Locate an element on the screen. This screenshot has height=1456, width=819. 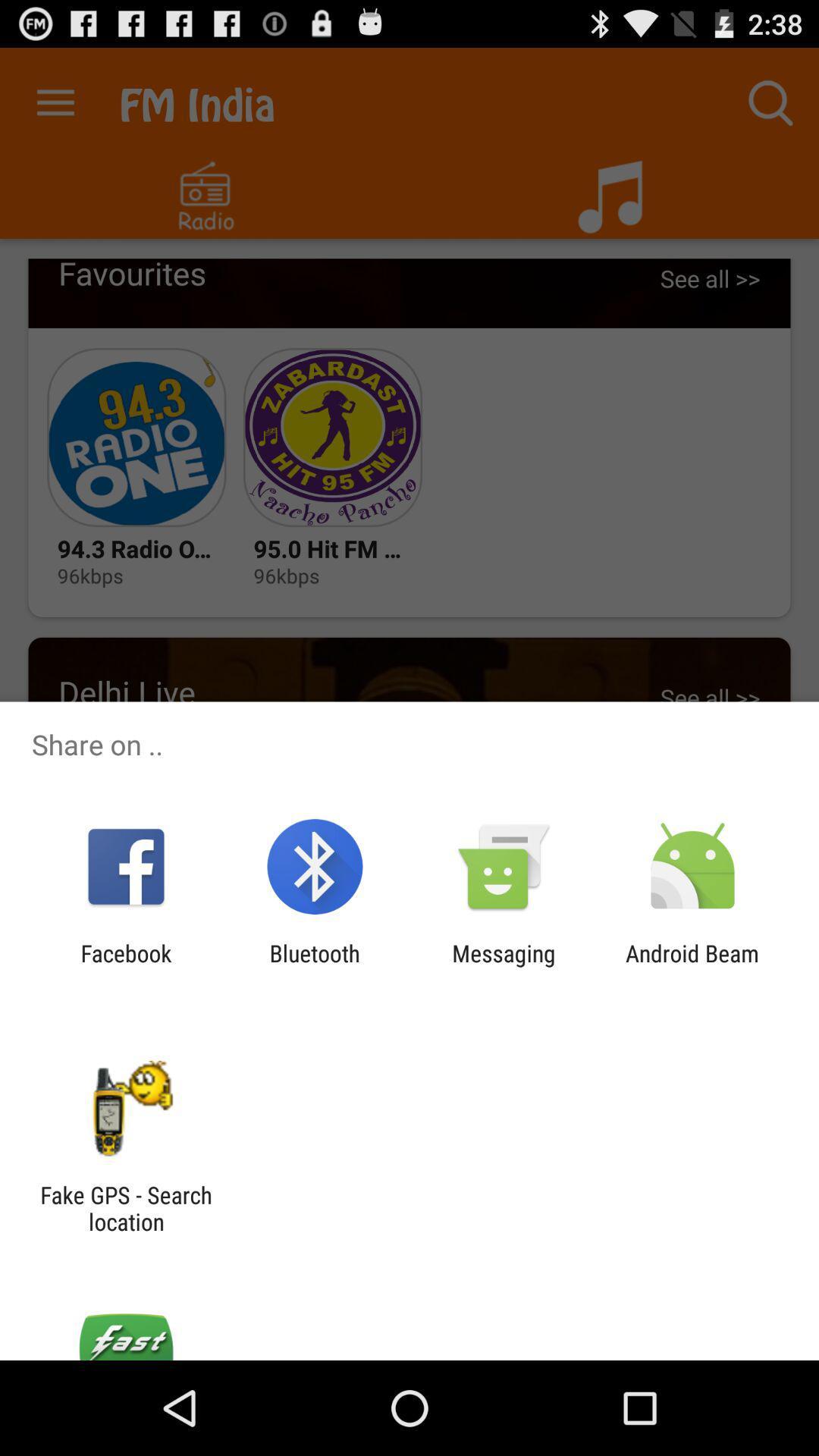
item to the right of the facebook icon is located at coordinates (314, 966).